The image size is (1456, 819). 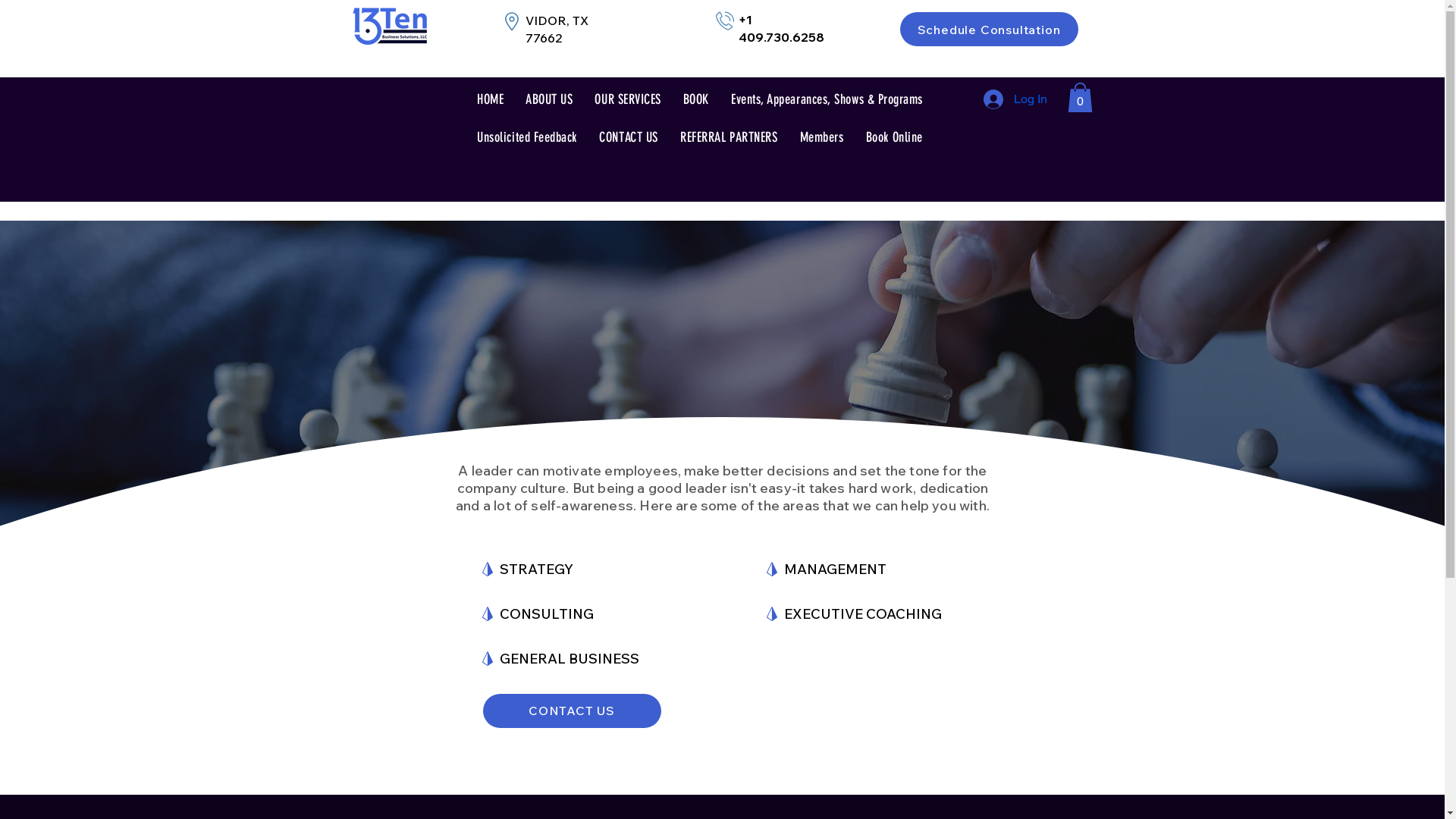 What do you see at coordinates (1015, 99) in the screenshot?
I see `'Log In'` at bounding box center [1015, 99].